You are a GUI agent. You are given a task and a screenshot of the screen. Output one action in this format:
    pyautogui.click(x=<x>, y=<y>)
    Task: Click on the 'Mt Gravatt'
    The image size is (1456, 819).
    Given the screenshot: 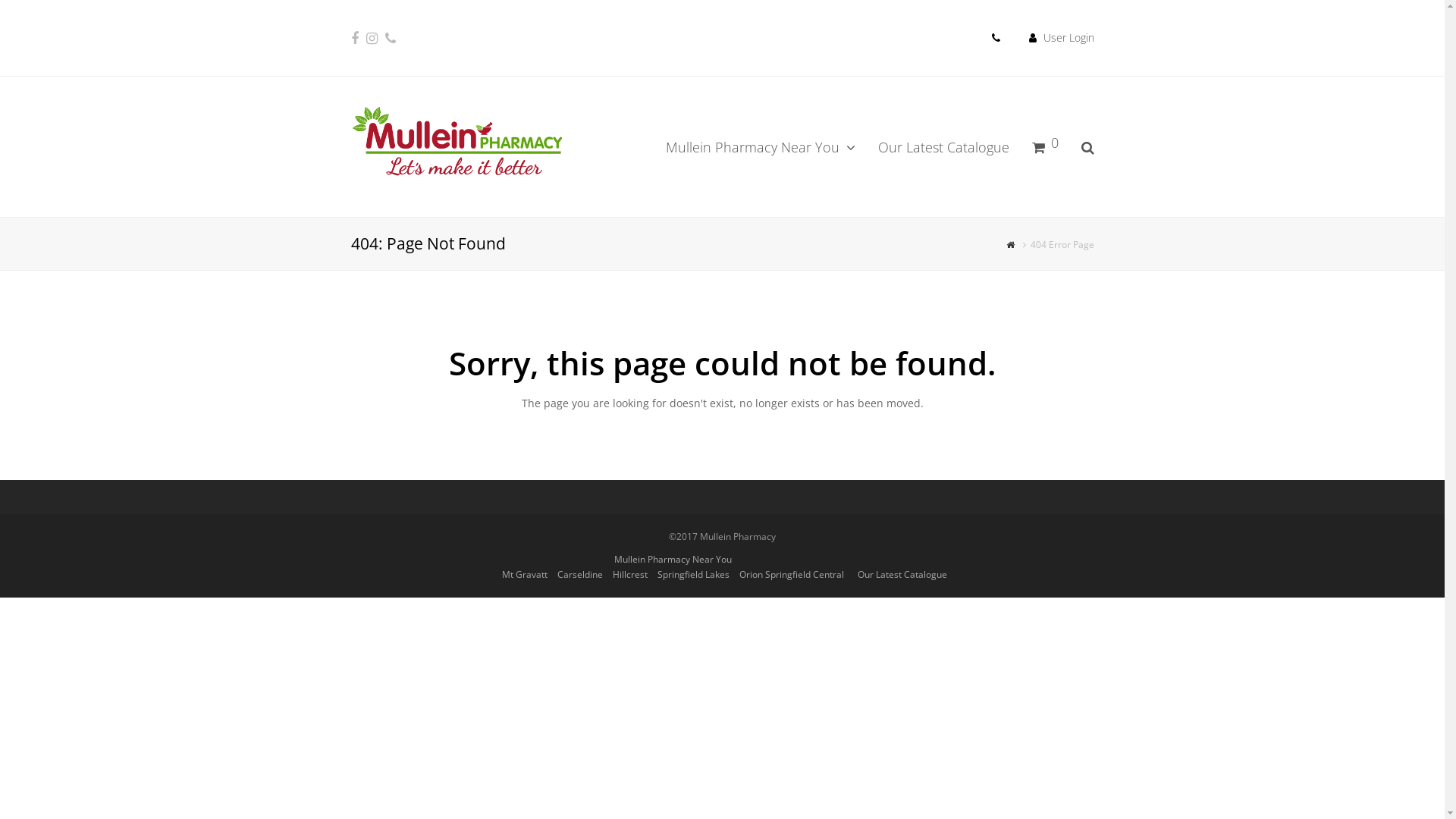 What is the action you would take?
    pyautogui.click(x=524, y=574)
    